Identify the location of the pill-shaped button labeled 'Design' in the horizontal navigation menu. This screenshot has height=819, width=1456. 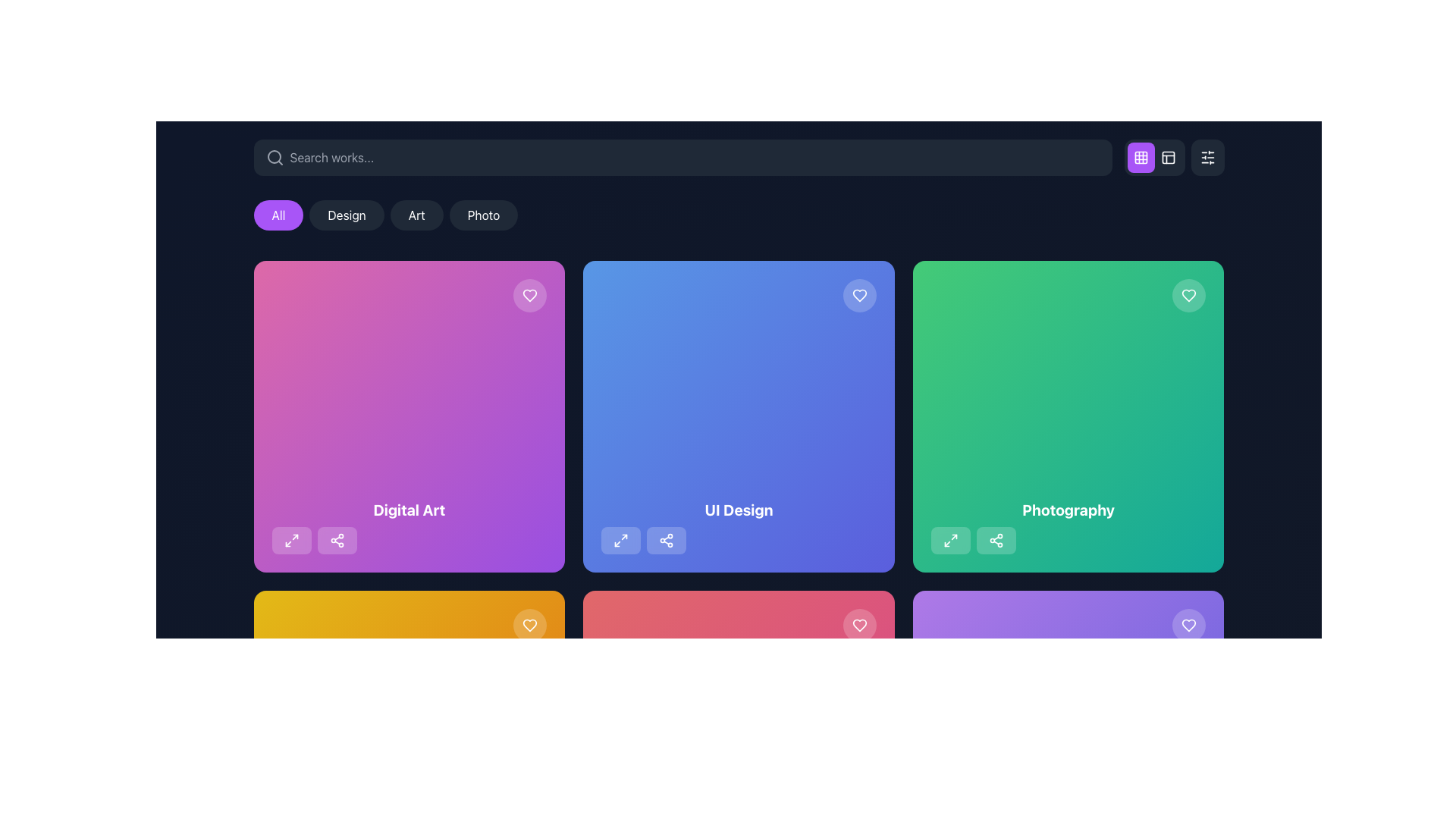
(346, 215).